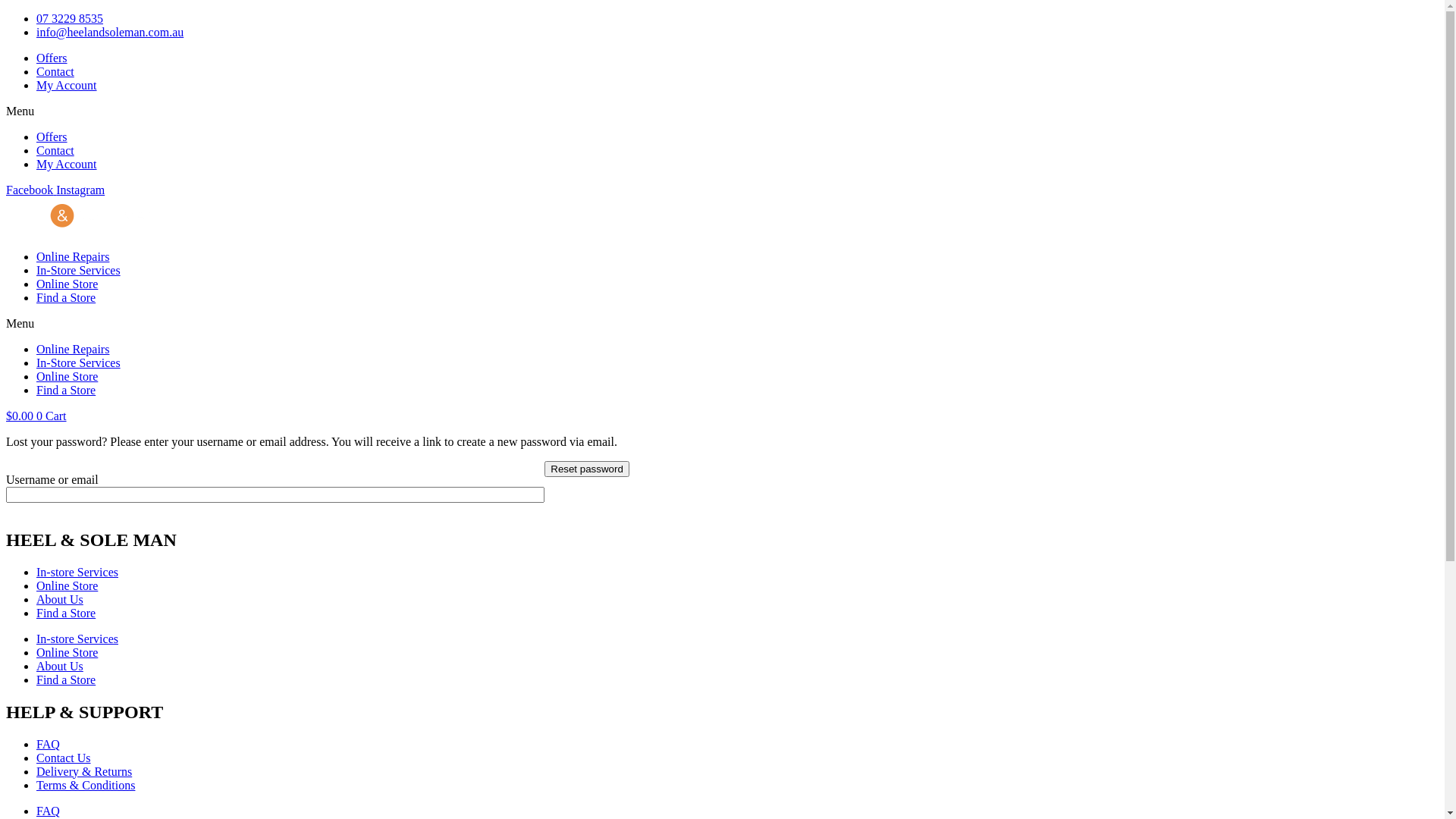 This screenshot has height=819, width=1456. What do you see at coordinates (36, 416) in the screenshot?
I see `'$0.00 0 Cart'` at bounding box center [36, 416].